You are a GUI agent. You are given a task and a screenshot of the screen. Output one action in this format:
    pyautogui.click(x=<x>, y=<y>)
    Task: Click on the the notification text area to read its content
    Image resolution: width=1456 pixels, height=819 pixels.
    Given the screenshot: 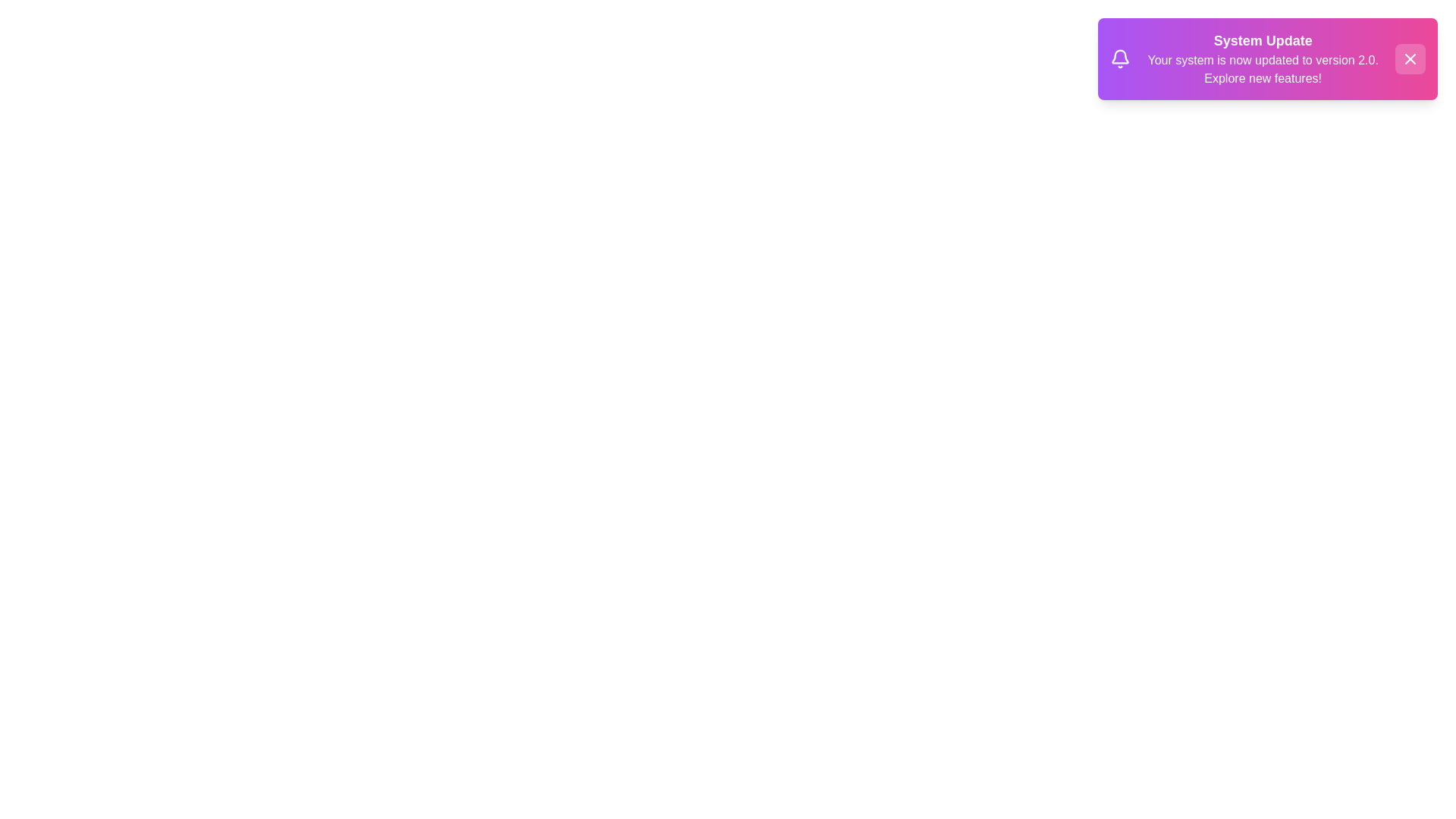 What is the action you would take?
    pyautogui.click(x=1263, y=58)
    